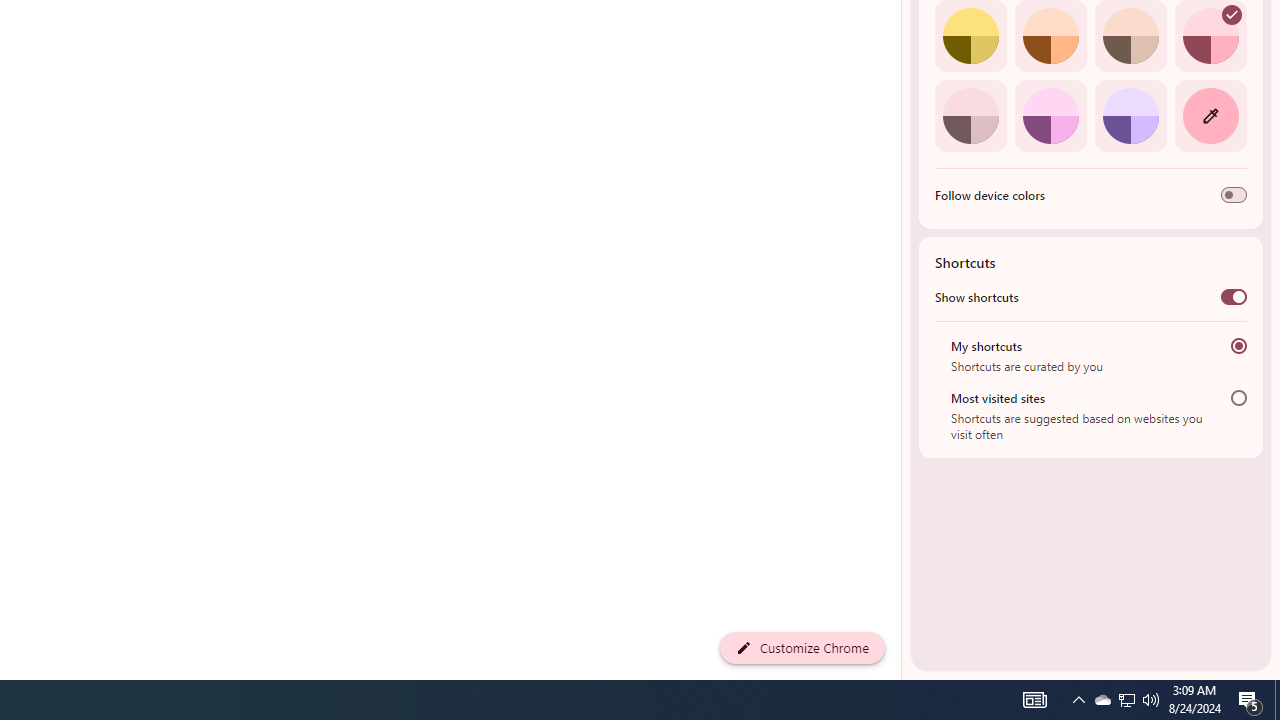 Image resolution: width=1280 pixels, height=720 pixels. What do you see at coordinates (970, 36) in the screenshot?
I see `'Citron'` at bounding box center [970, 36].